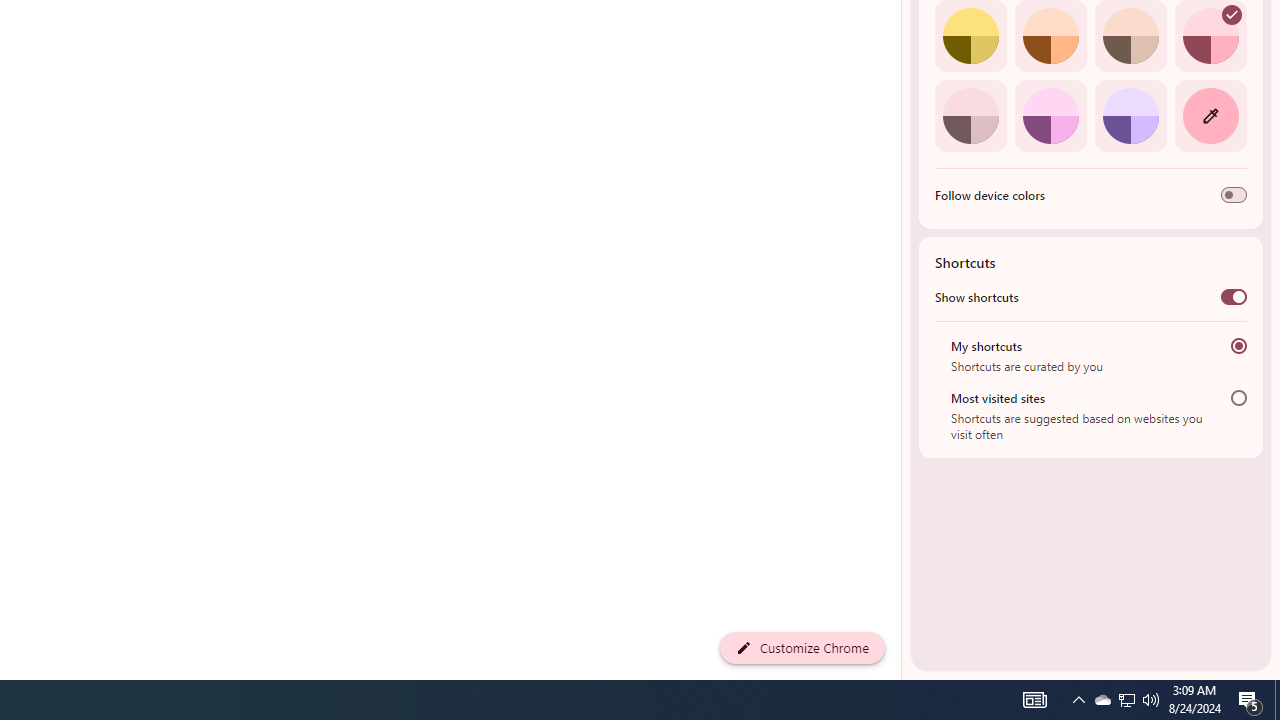 Image resolution: width=1280 pixels, height=720 pixels. What do you see at coordinates (970, 36) in the screenshot?
I see `'Citron'` at bounding box center [970, 36].